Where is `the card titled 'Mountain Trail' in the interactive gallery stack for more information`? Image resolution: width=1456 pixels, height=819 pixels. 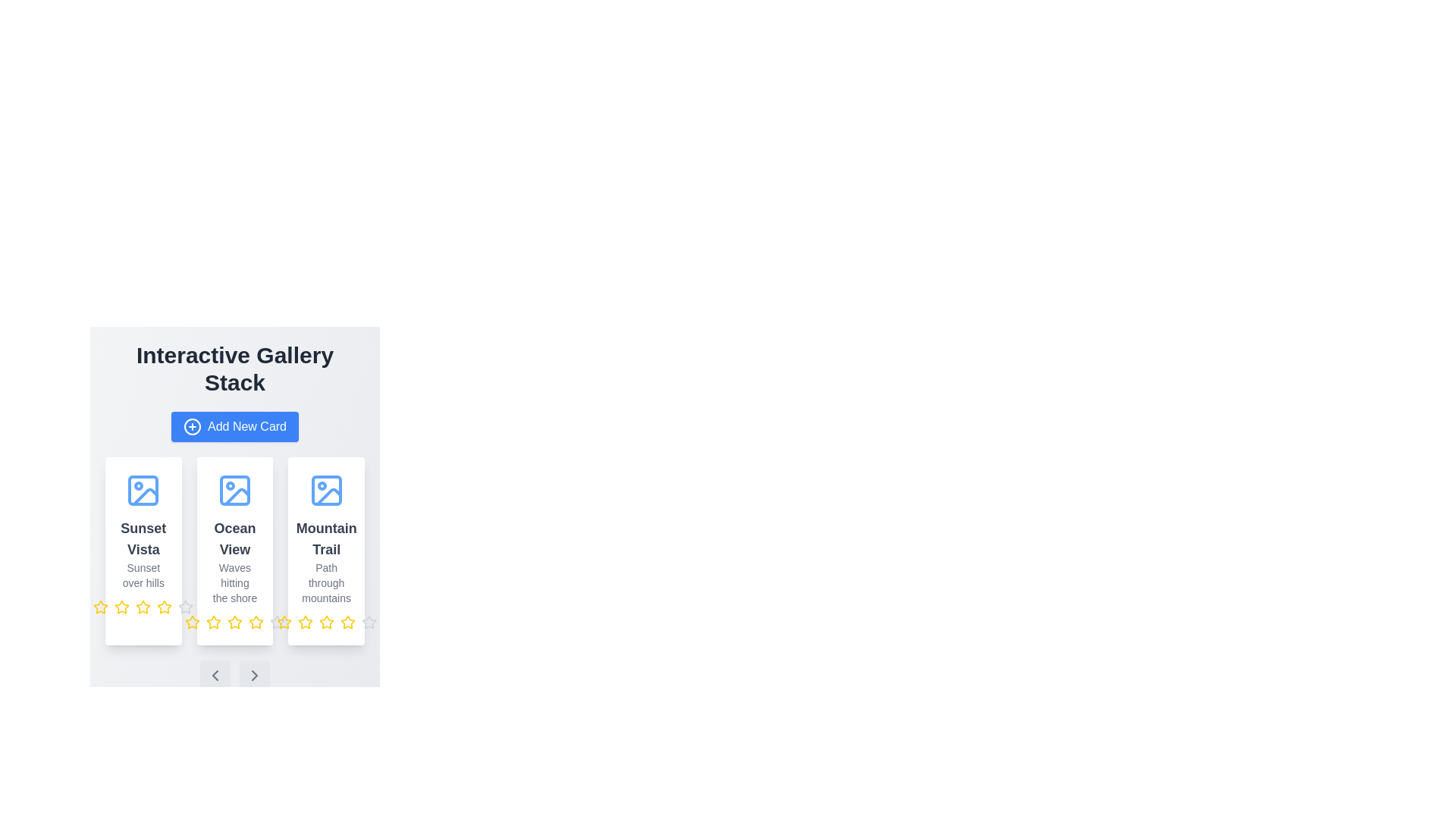
the card titled 'Mountain Trail' in the interactive gallery stack for more information is located at coordinates (325, 551).